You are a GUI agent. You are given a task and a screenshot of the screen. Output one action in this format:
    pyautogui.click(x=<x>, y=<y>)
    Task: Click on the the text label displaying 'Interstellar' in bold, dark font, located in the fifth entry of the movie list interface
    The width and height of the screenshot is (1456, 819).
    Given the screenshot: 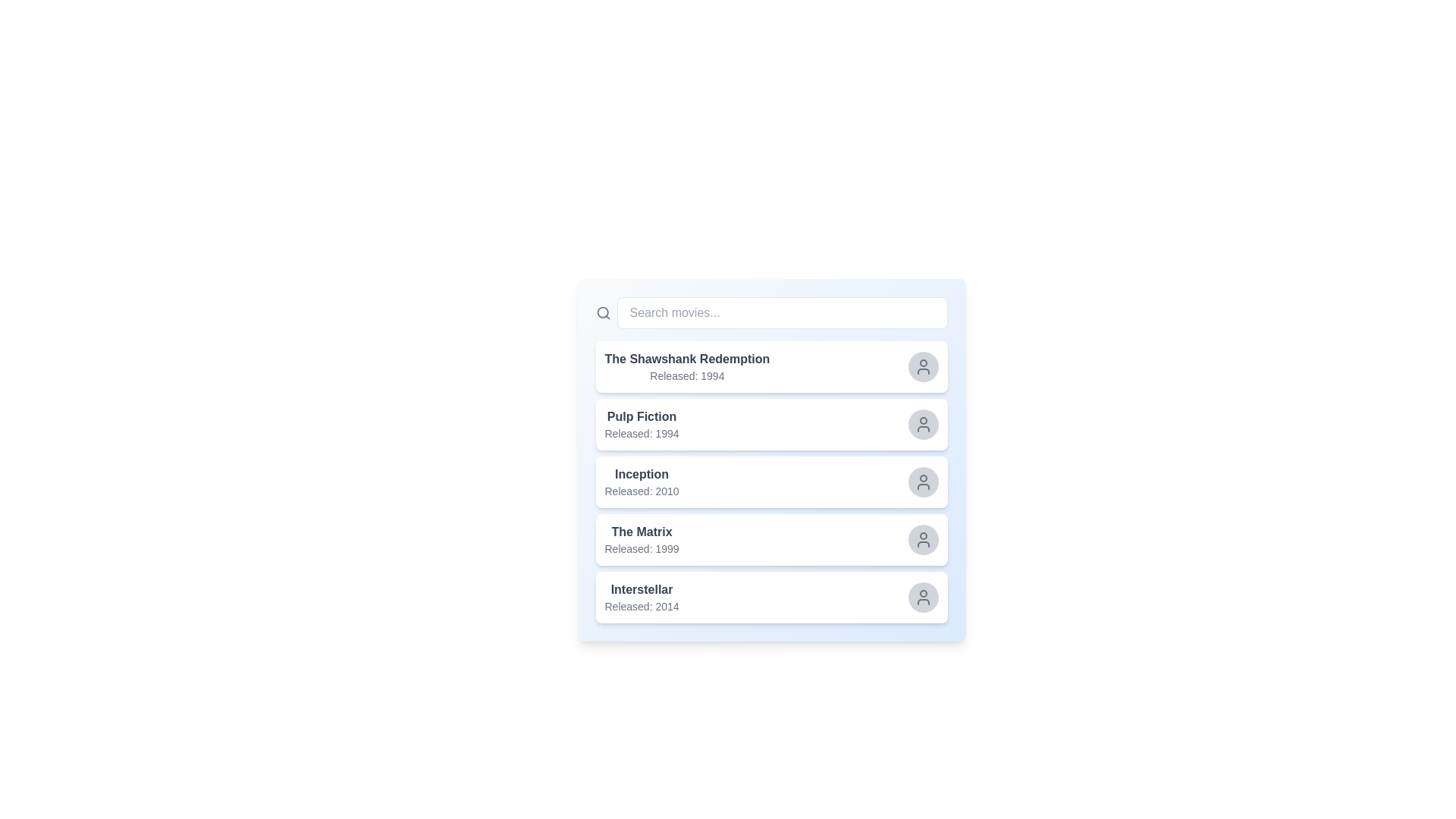 What is the action you would take?
    pyautogui.click(x=642, y=596)
    